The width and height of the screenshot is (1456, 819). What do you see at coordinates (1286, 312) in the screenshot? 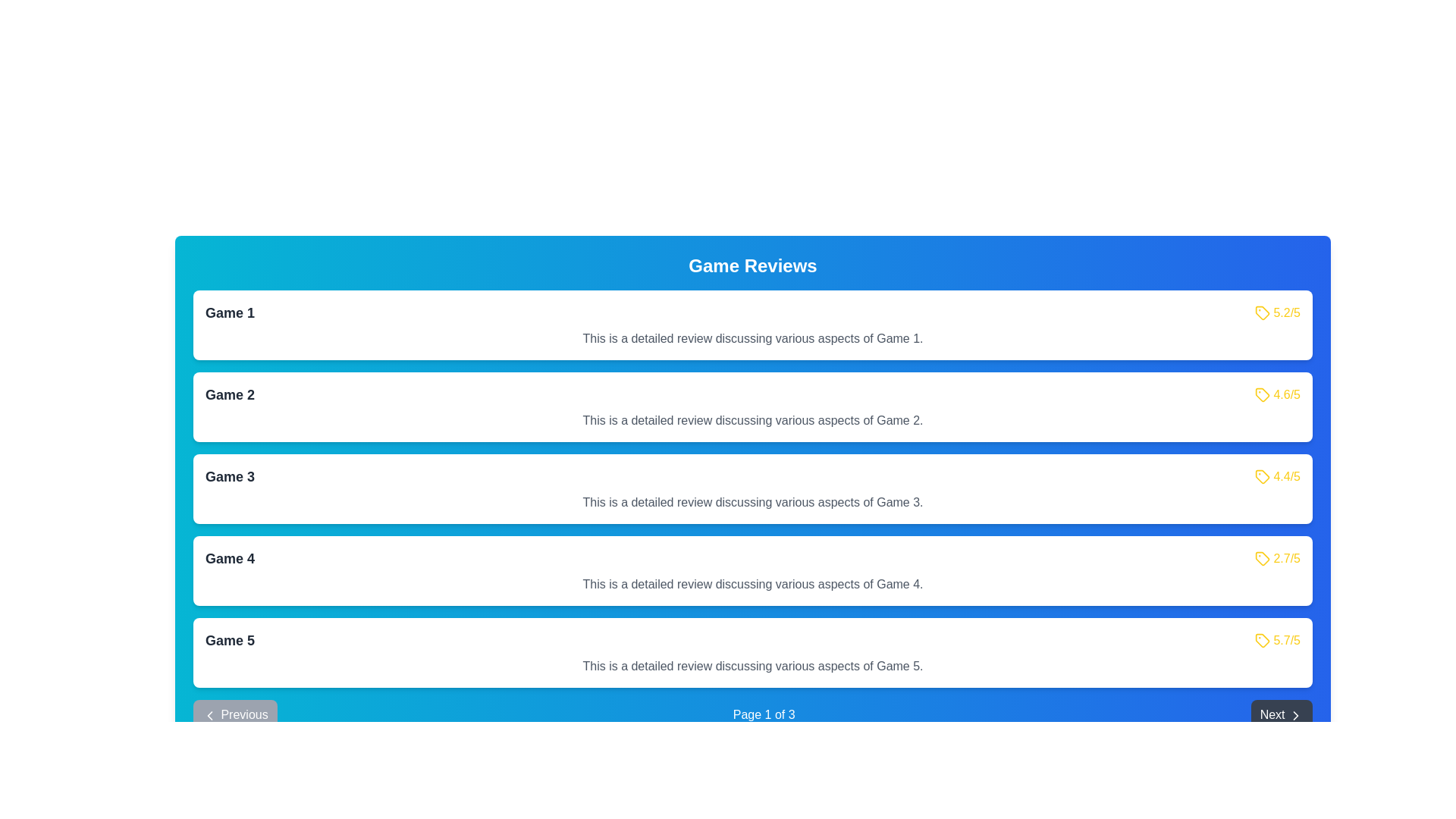
I see `displayed rating from the text label showing '5.2/5', which is styled in yellow and positioned to the right of a price tag icon in the topmost row of the review entries` at bounding box center [1286, 312].